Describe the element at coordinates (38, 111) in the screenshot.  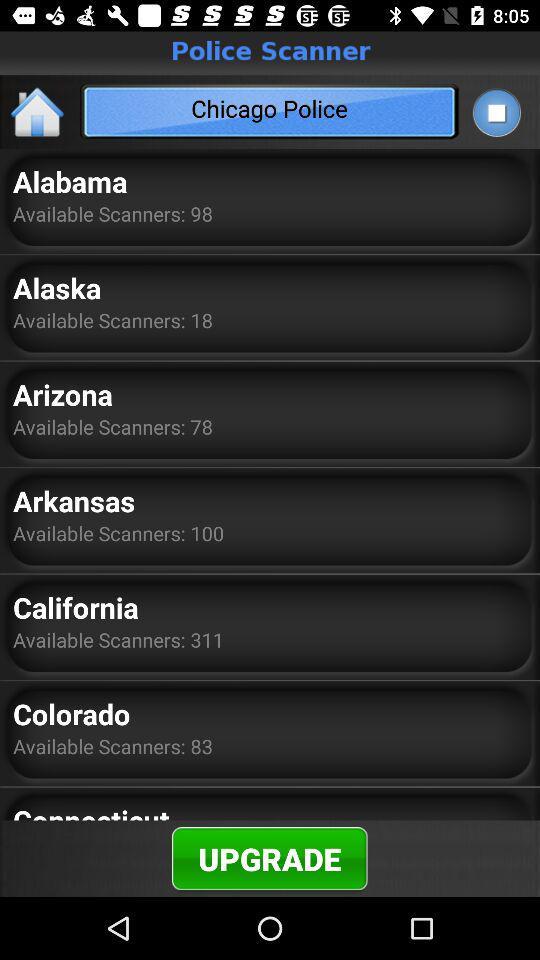
I see `the item to the left of the chicago police` at that location.